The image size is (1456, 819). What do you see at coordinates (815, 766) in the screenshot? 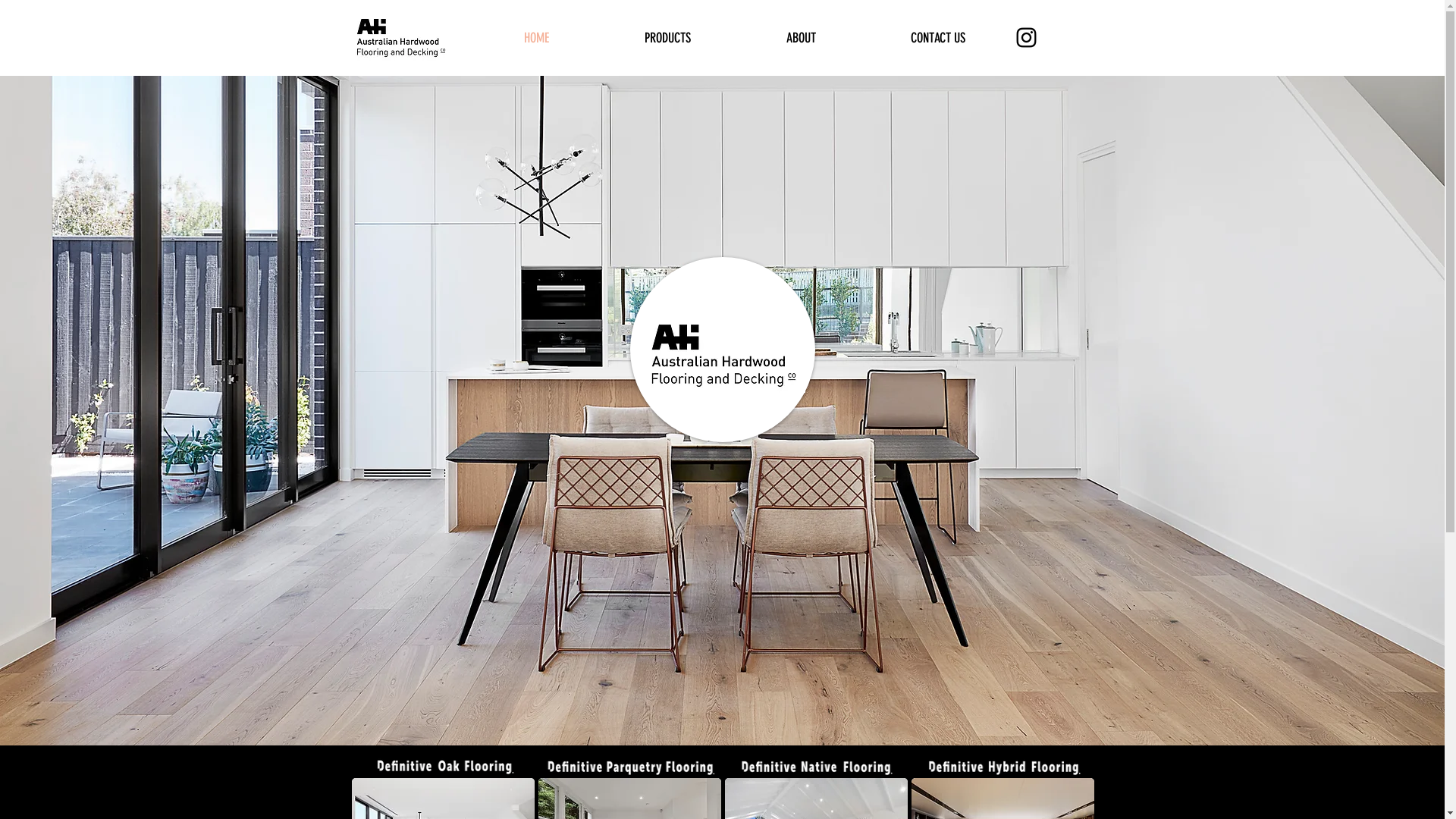
I see `'Definitive Native Flooring_Light_Text.pn'` at bounding box center [815, 766].